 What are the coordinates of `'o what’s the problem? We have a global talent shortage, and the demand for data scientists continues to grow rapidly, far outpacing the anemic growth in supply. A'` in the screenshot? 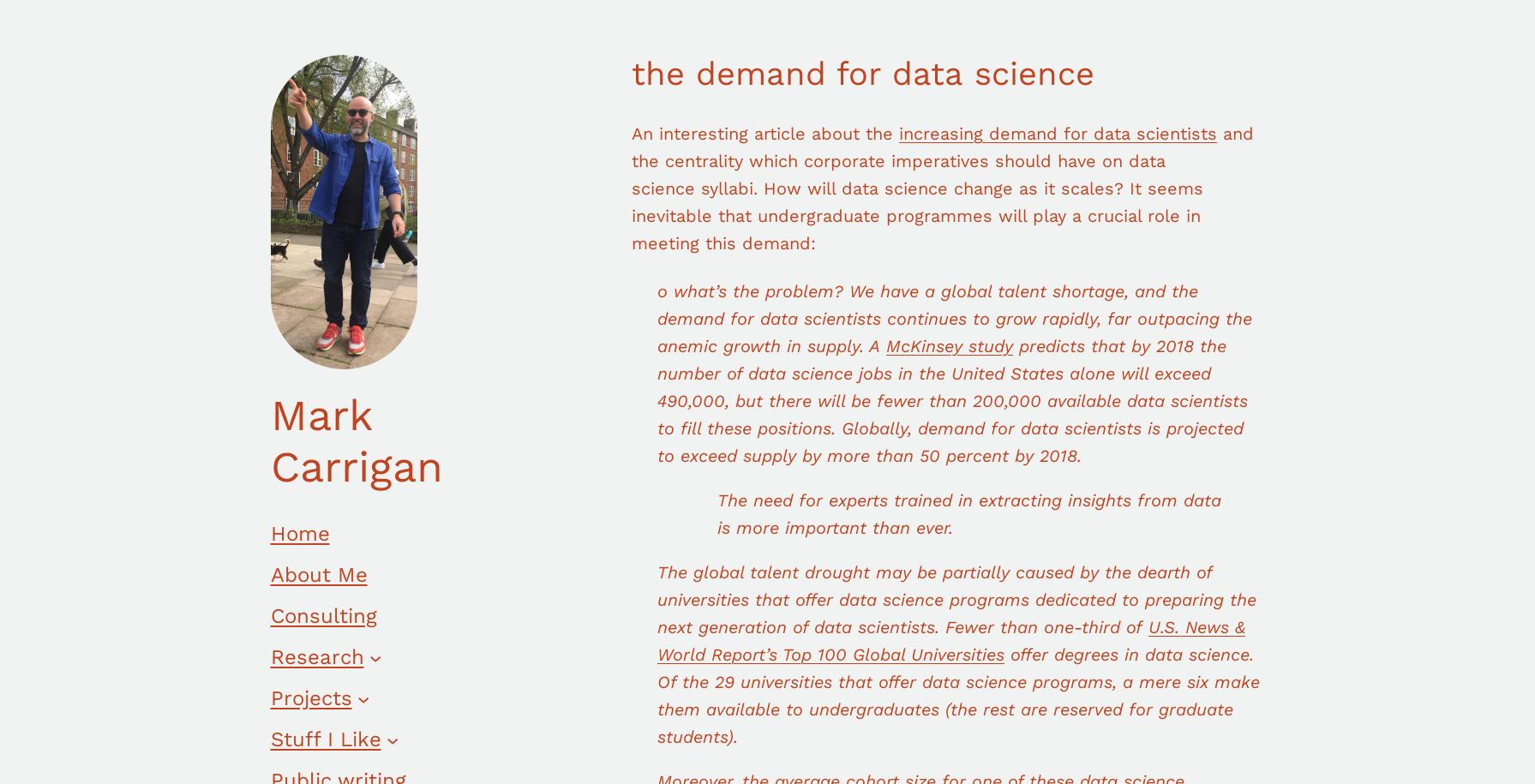 It's located at (952, 317).